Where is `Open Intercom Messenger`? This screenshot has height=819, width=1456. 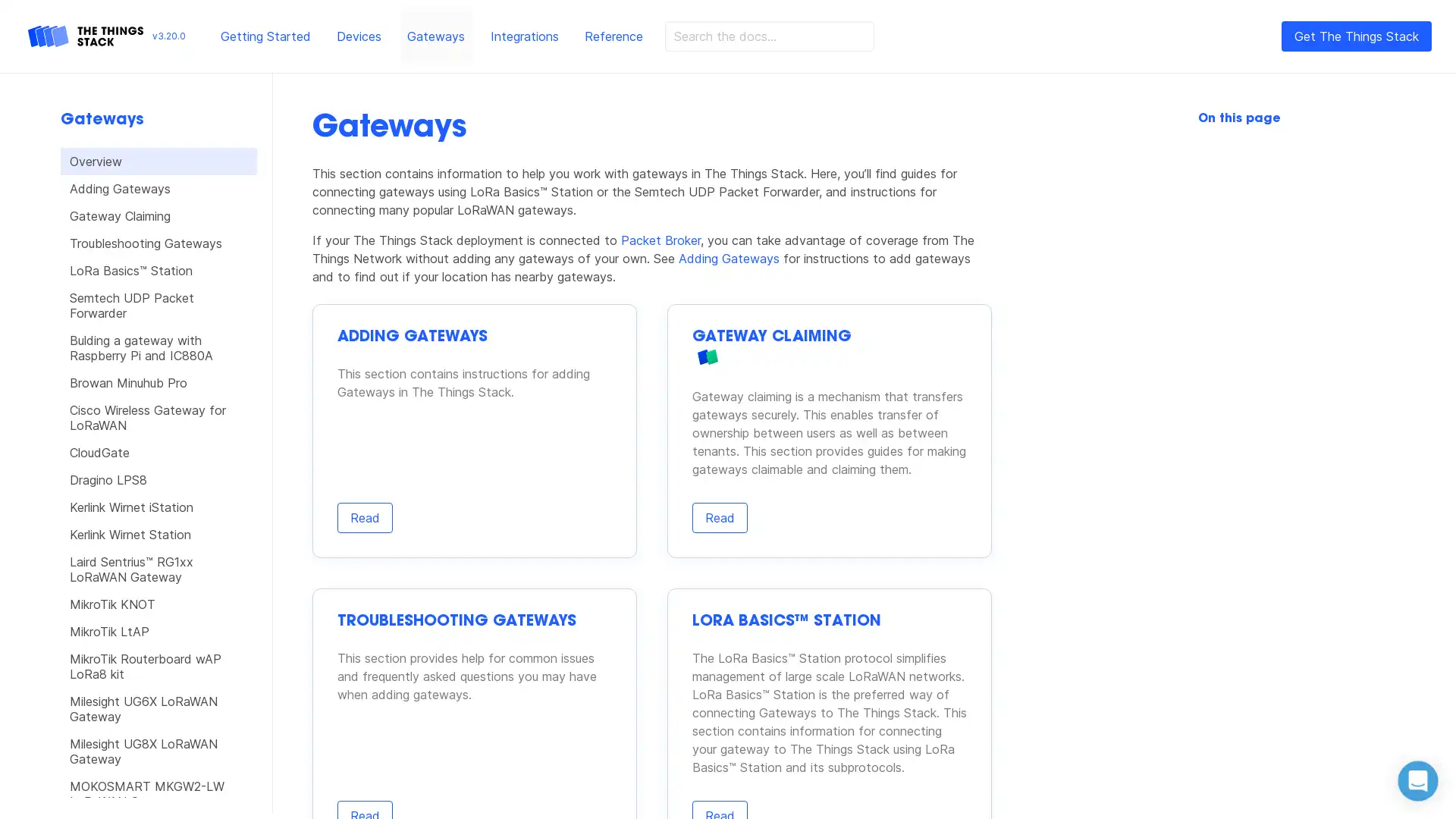 Open Intercom Messenger is located at coordinates (1417, 780).